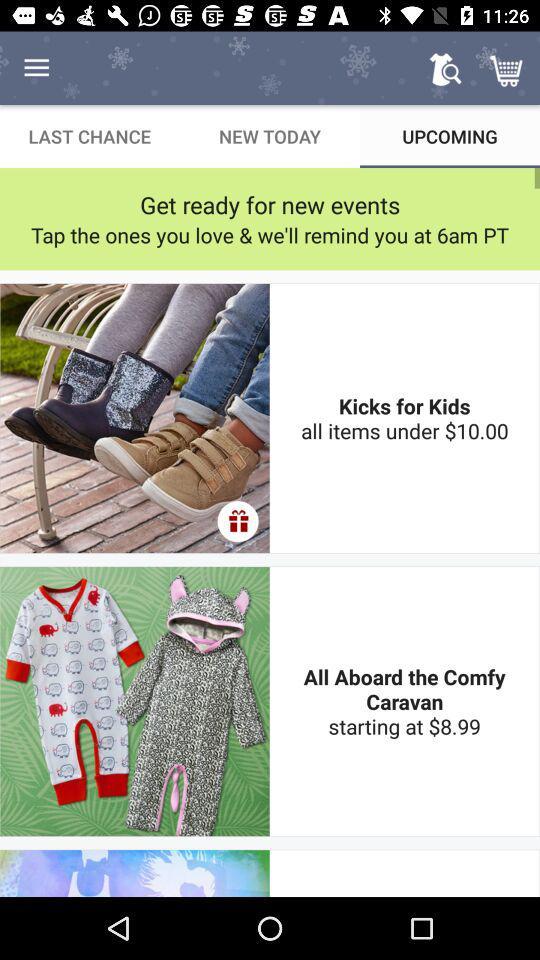  I want to click on the icon to the left of the kicks for kids icon, so click(238, 520).